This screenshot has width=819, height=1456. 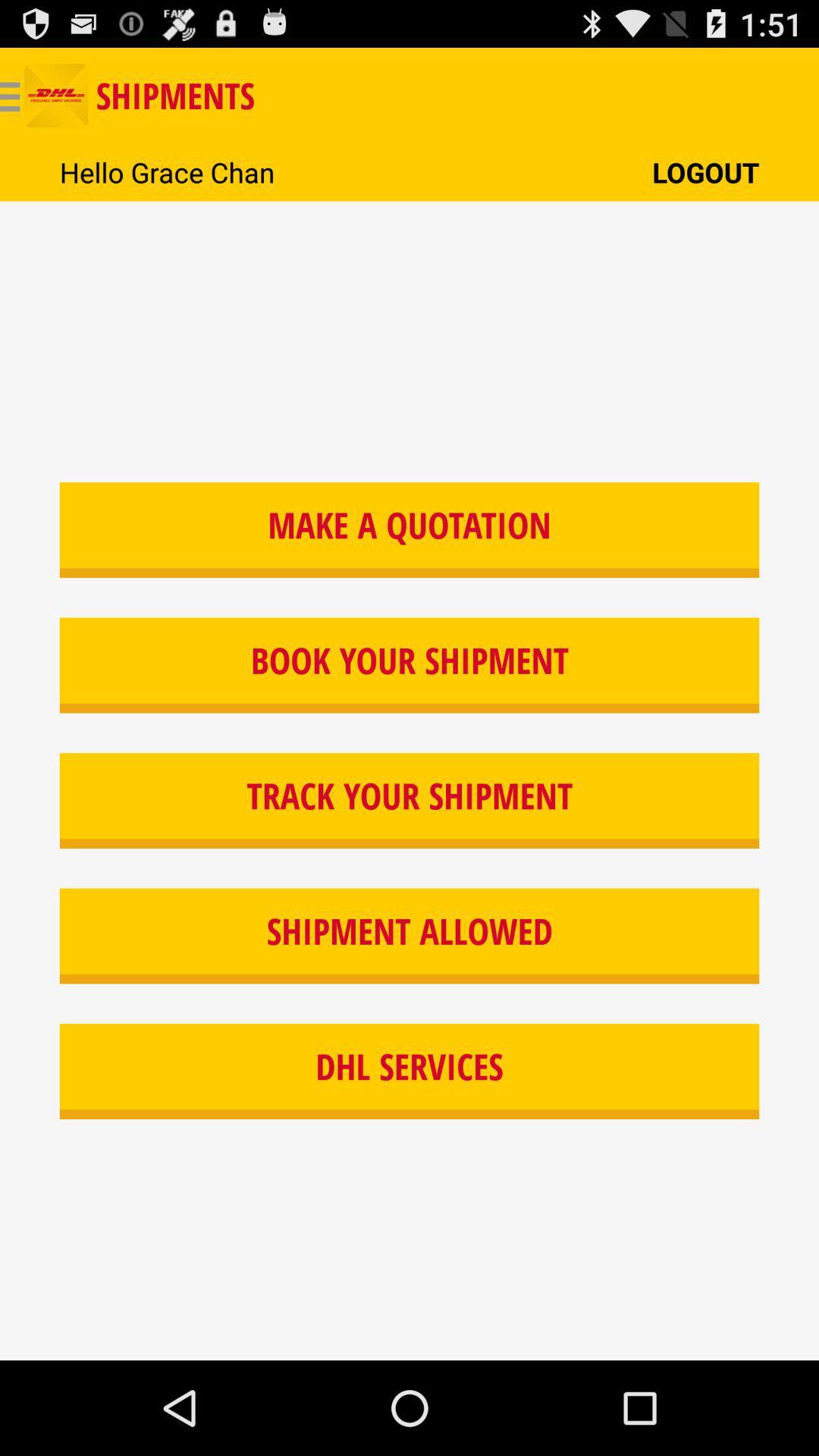 I want to click on the icon below track your shipment button, so click(x=409, y=935).